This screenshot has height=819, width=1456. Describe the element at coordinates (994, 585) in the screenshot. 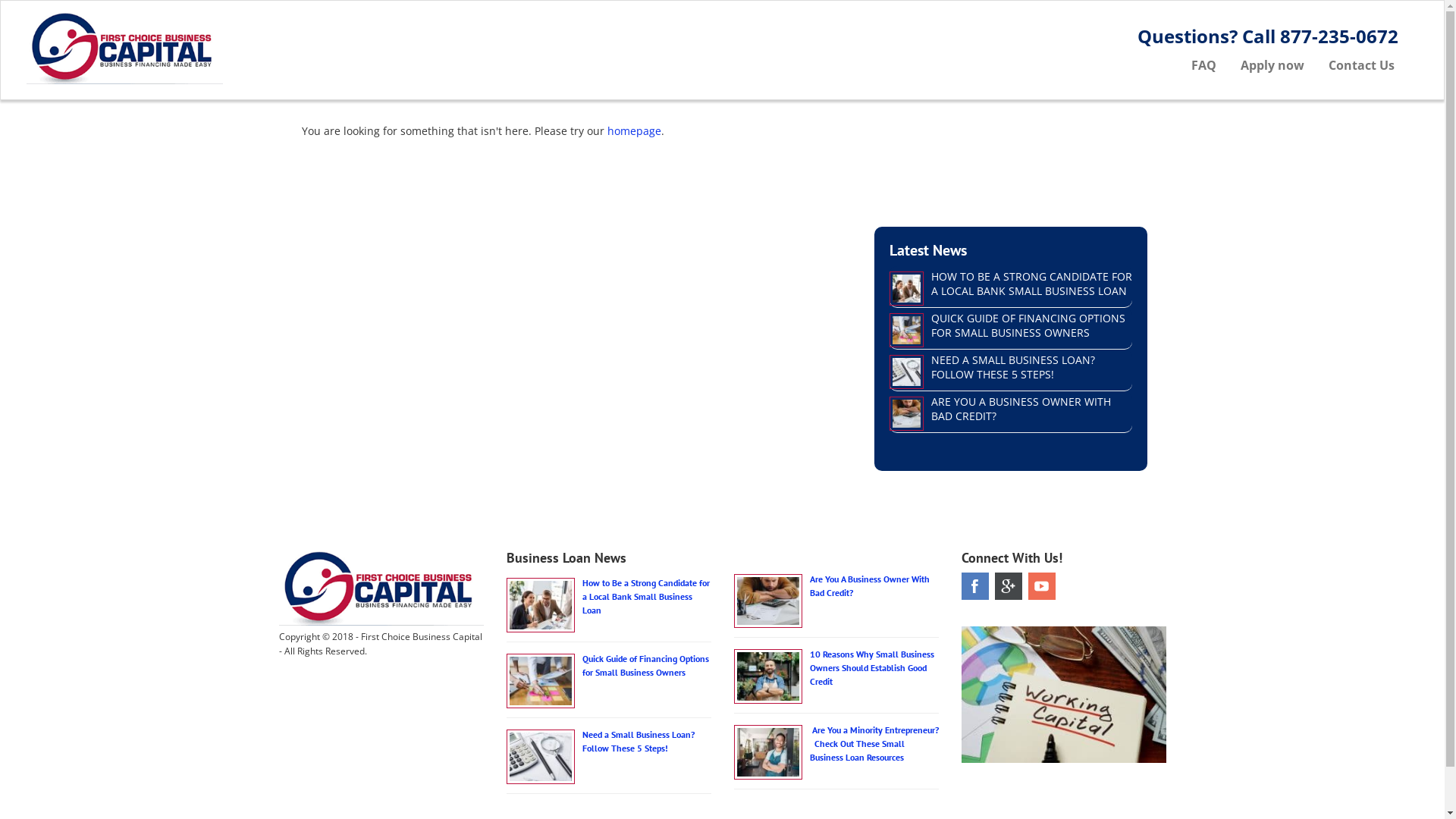

I see `'Google Plus'` at that location.